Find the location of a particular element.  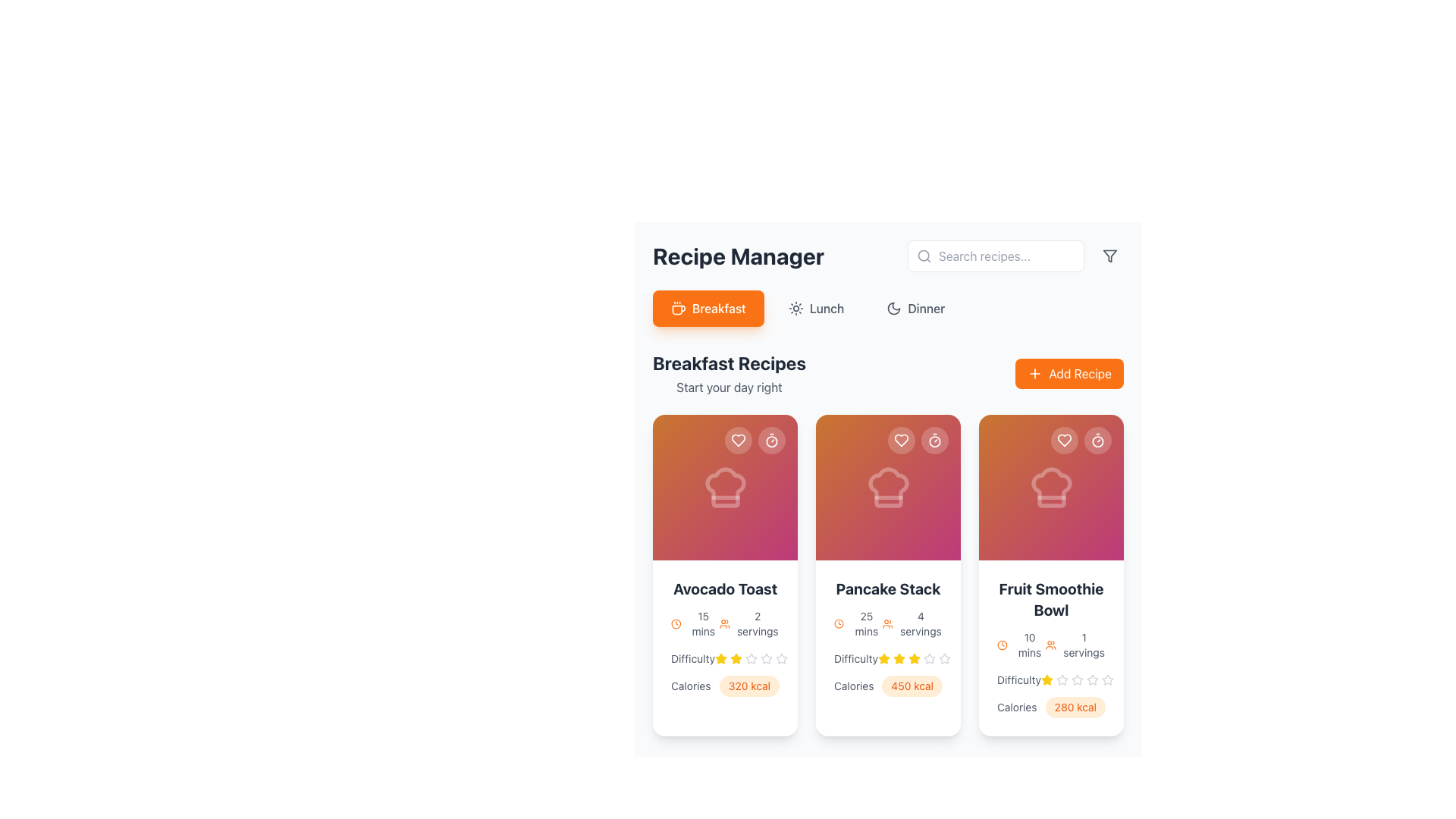

the circular button with a timer icon located in the top-right corner of the second recipe card beneath the 'Breakfast Recipes' section to trigger a visual effect is located at coordinates (934, 441).